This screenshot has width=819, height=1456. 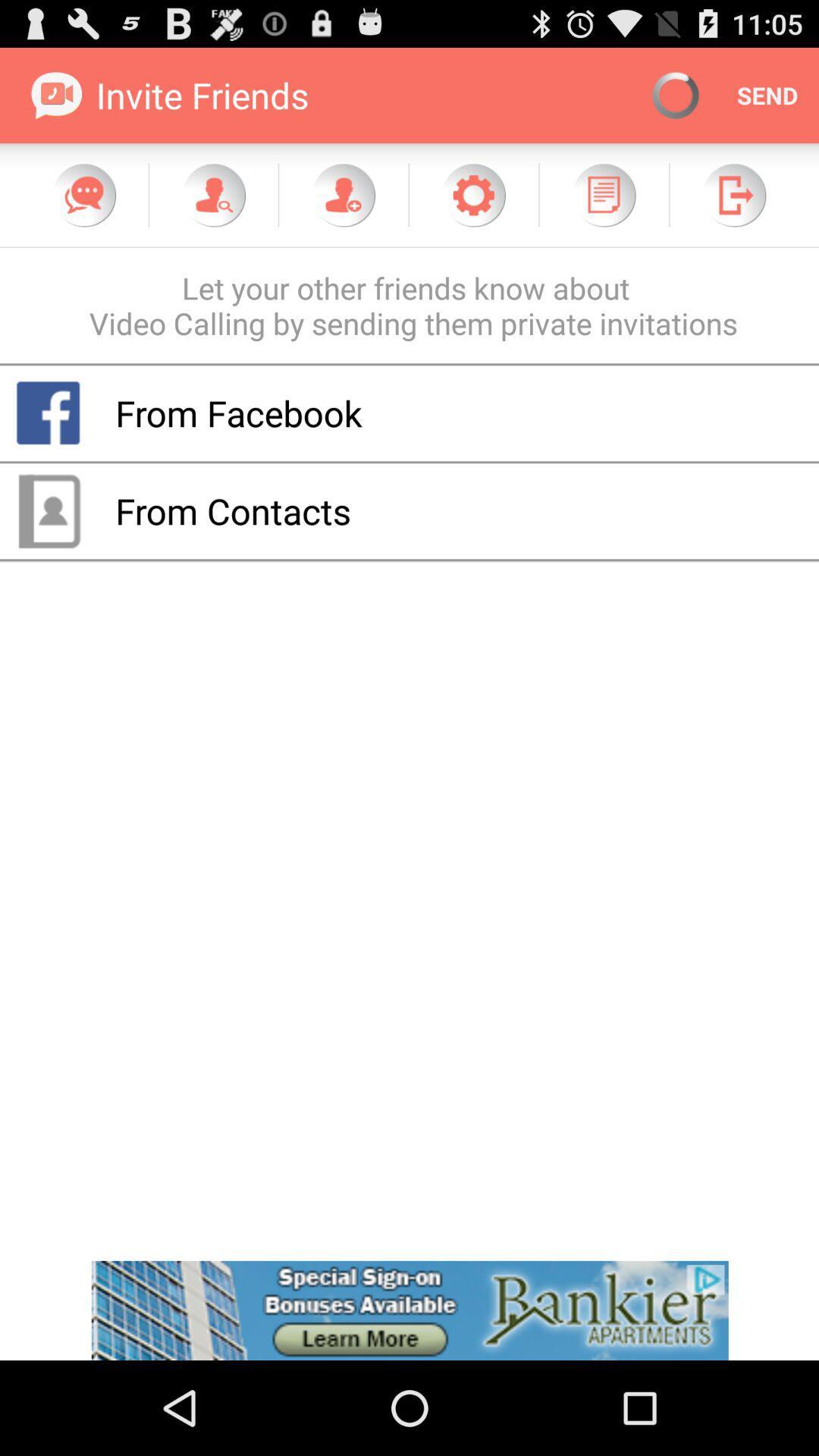 I want to click on file copy option, so click(x=603, y=194).